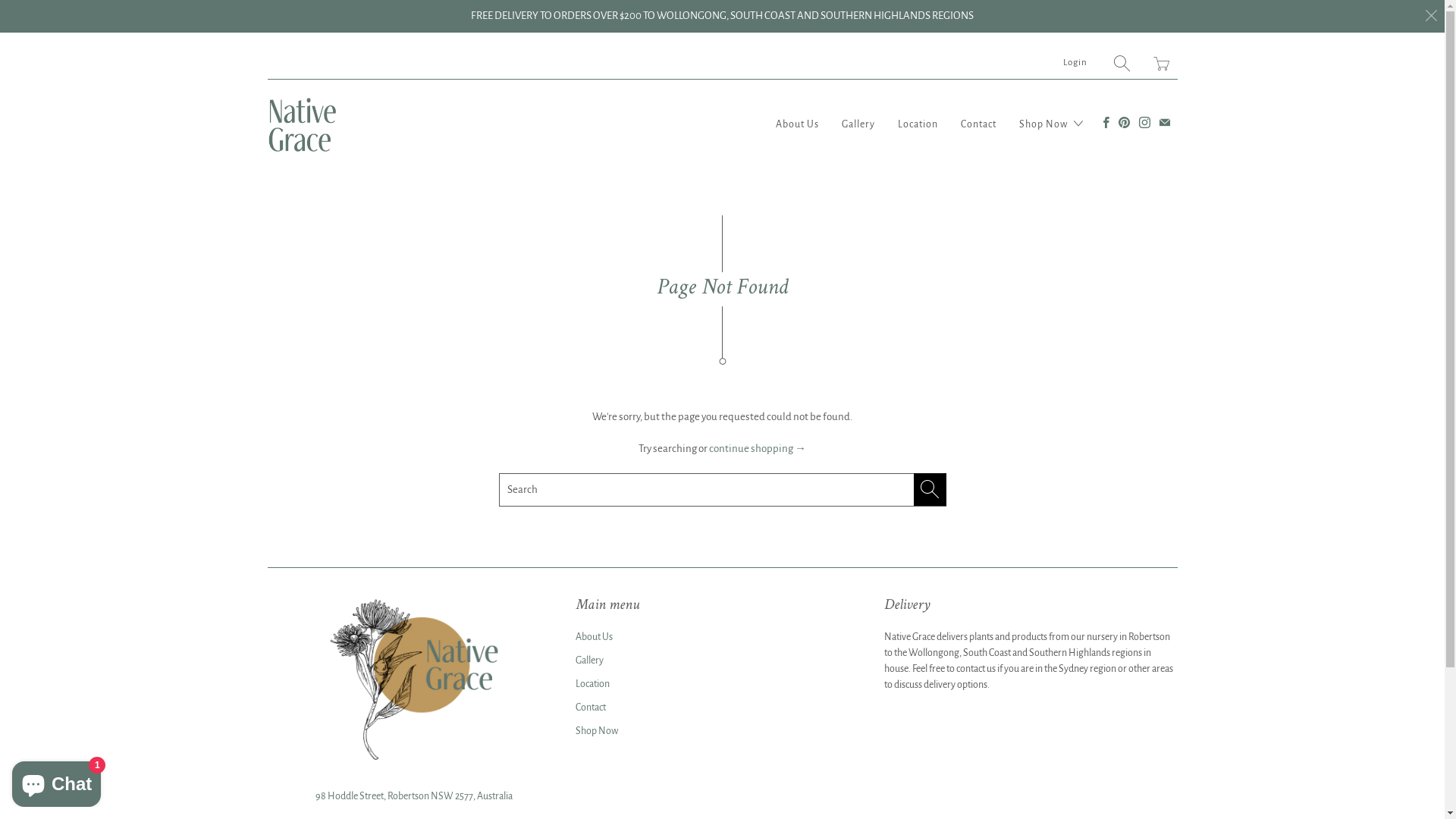  I want to click on '98 Hoddle Street, Robertson NSW 2577, Australia', so click(414, 795).